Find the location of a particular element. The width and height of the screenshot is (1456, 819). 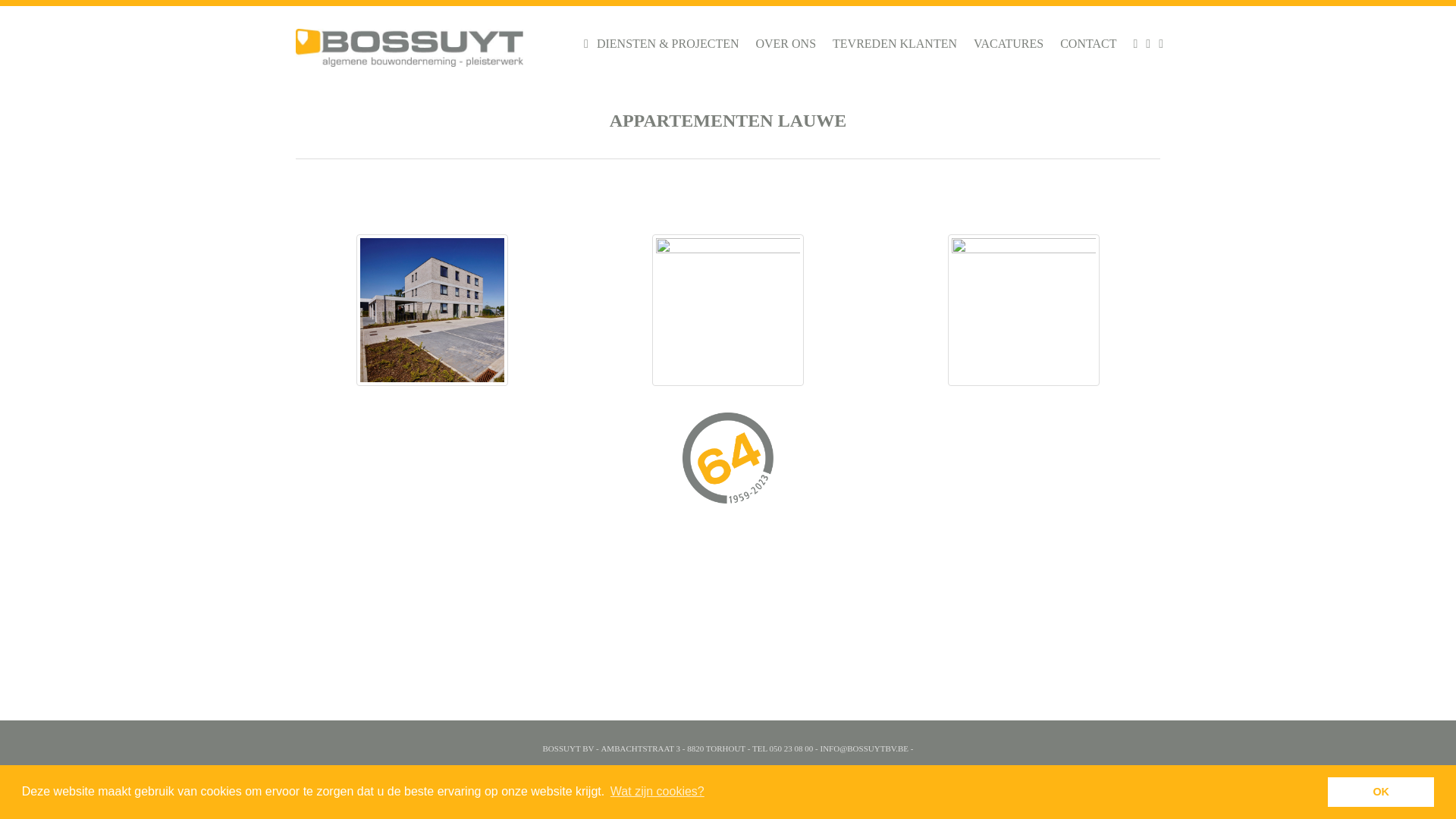

'VACATURES' is located at coordinates (1008, 42).